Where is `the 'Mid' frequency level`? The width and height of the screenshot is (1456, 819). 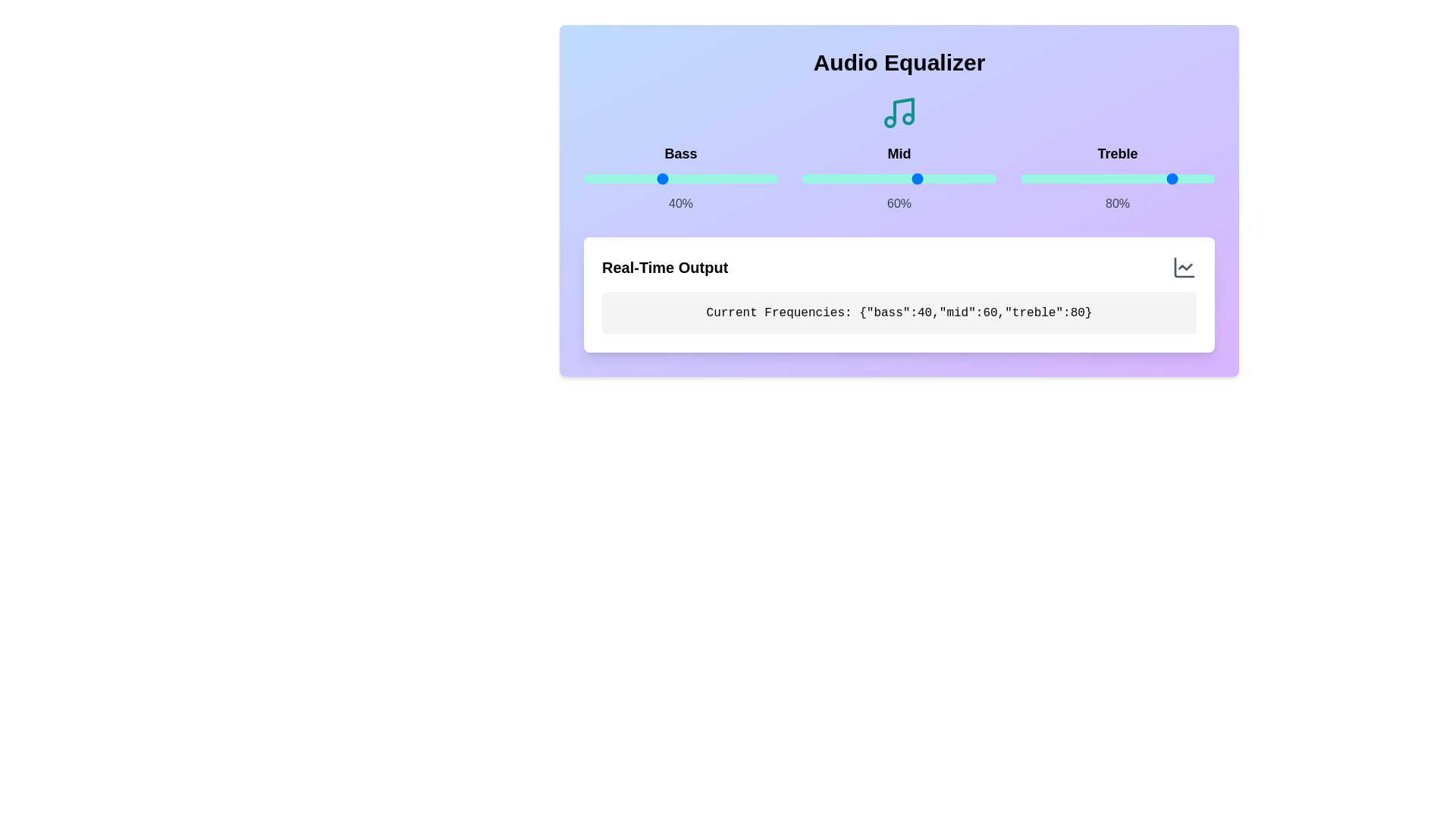 the 'Mid' frequency level is located at coordinates (886, 177).